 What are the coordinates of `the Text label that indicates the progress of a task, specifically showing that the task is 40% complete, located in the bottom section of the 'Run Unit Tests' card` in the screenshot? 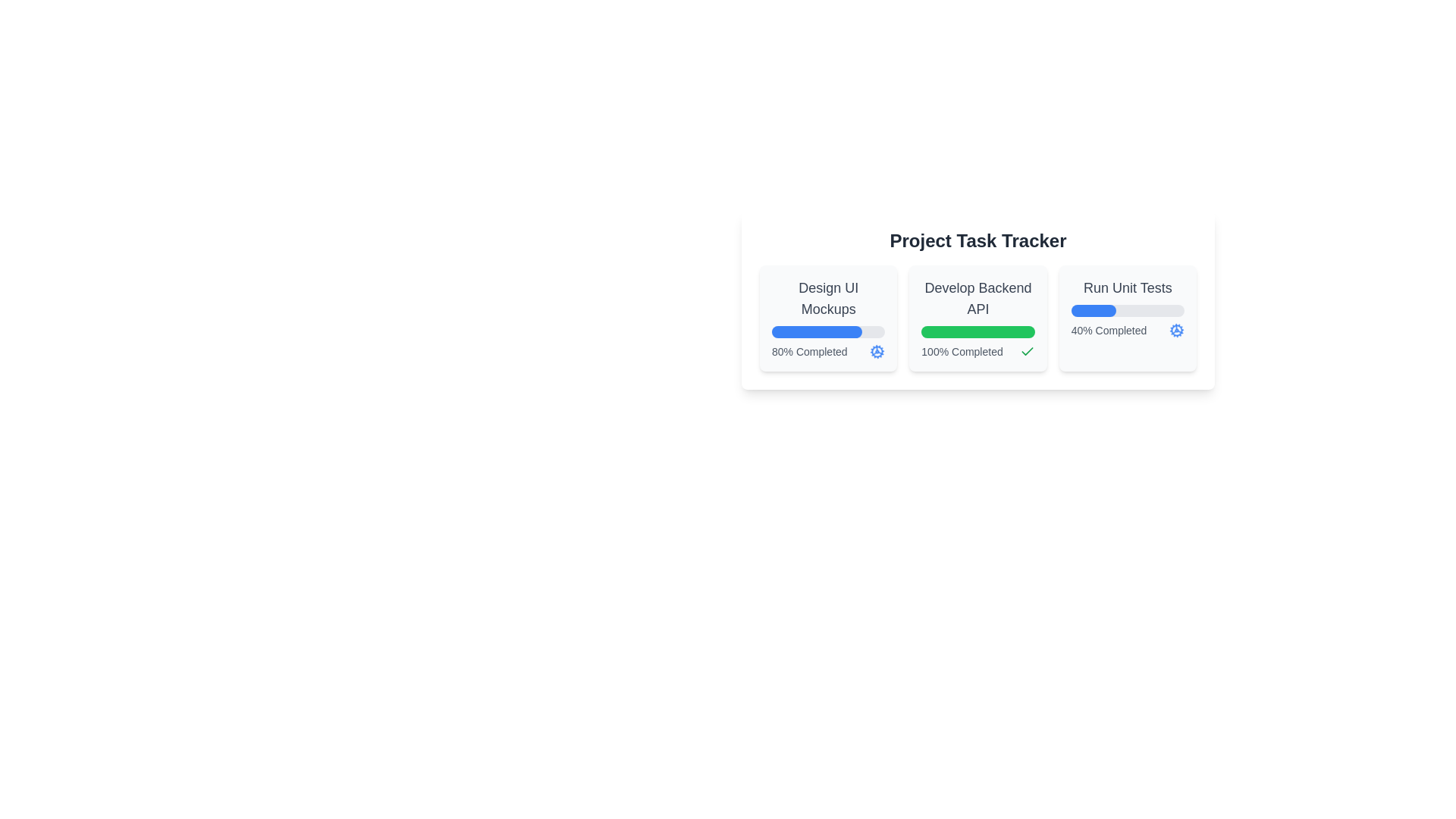 It's located at (1128, 329).